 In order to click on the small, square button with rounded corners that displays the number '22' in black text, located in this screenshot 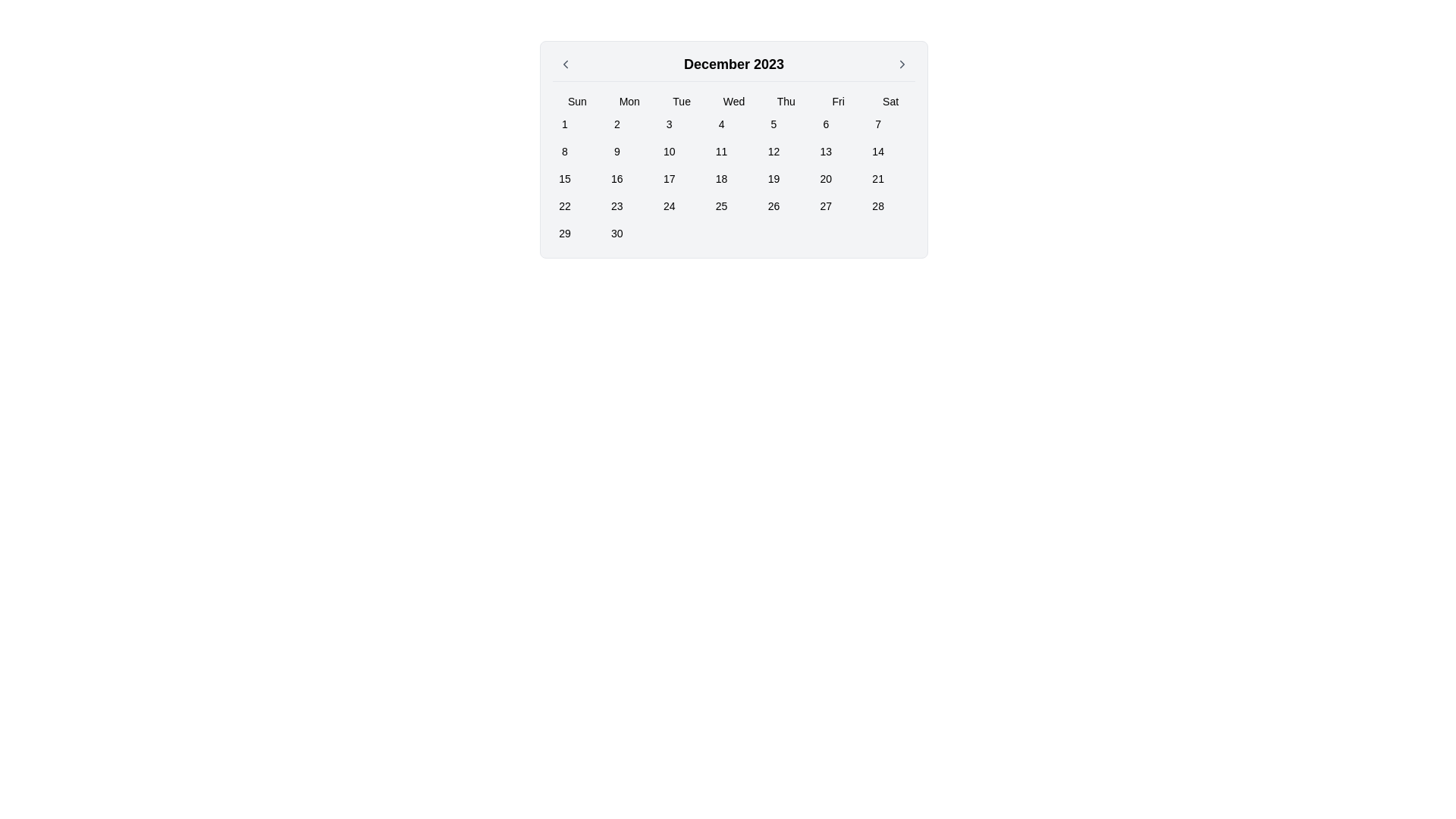, I will do `click(563, 206)`.